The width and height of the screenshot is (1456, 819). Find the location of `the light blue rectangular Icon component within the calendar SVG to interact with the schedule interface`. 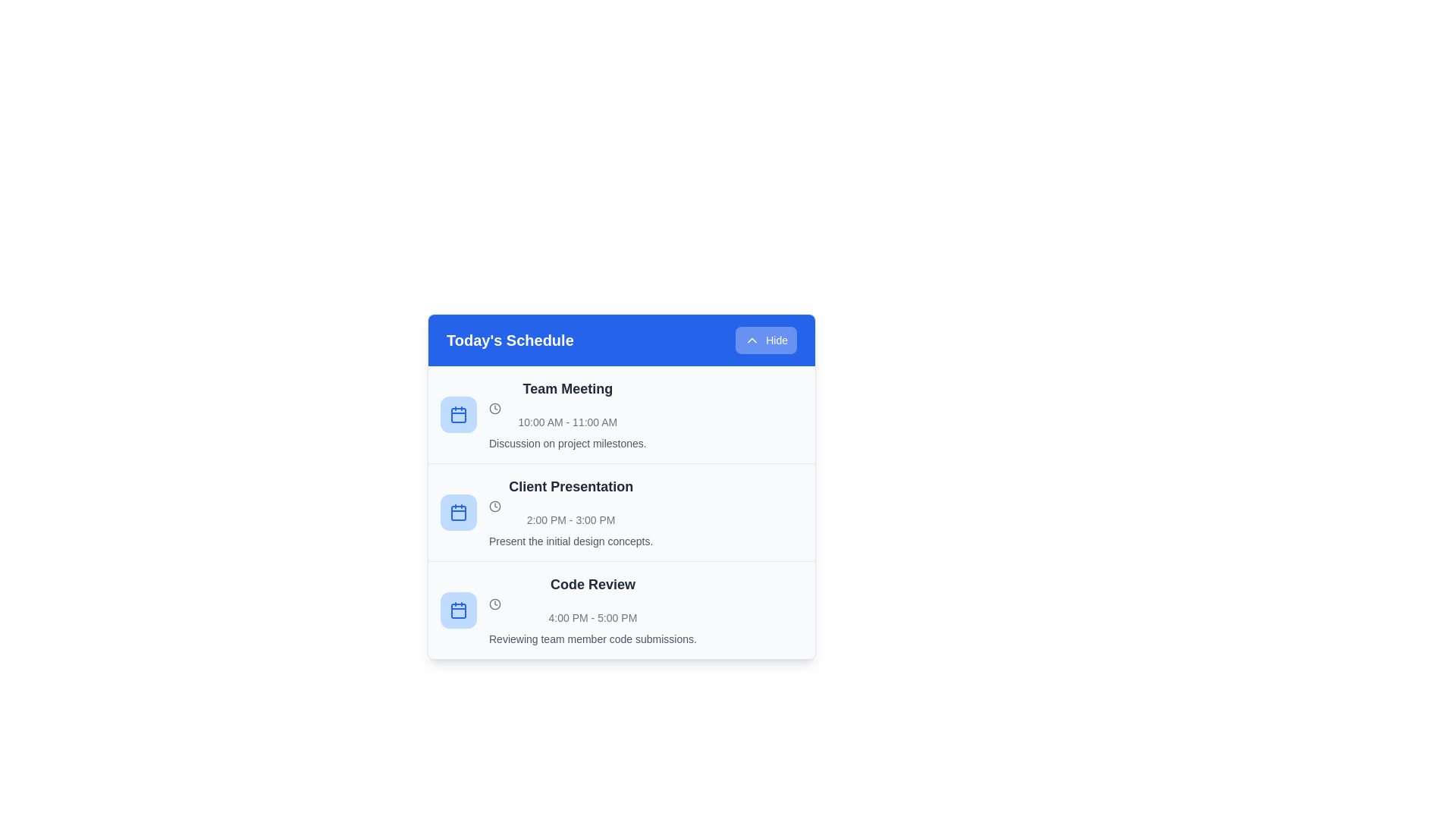

the light blue rectangular Icon component within the calendar SVG to interact with the schedule interface is located at coordinates (457, 610).